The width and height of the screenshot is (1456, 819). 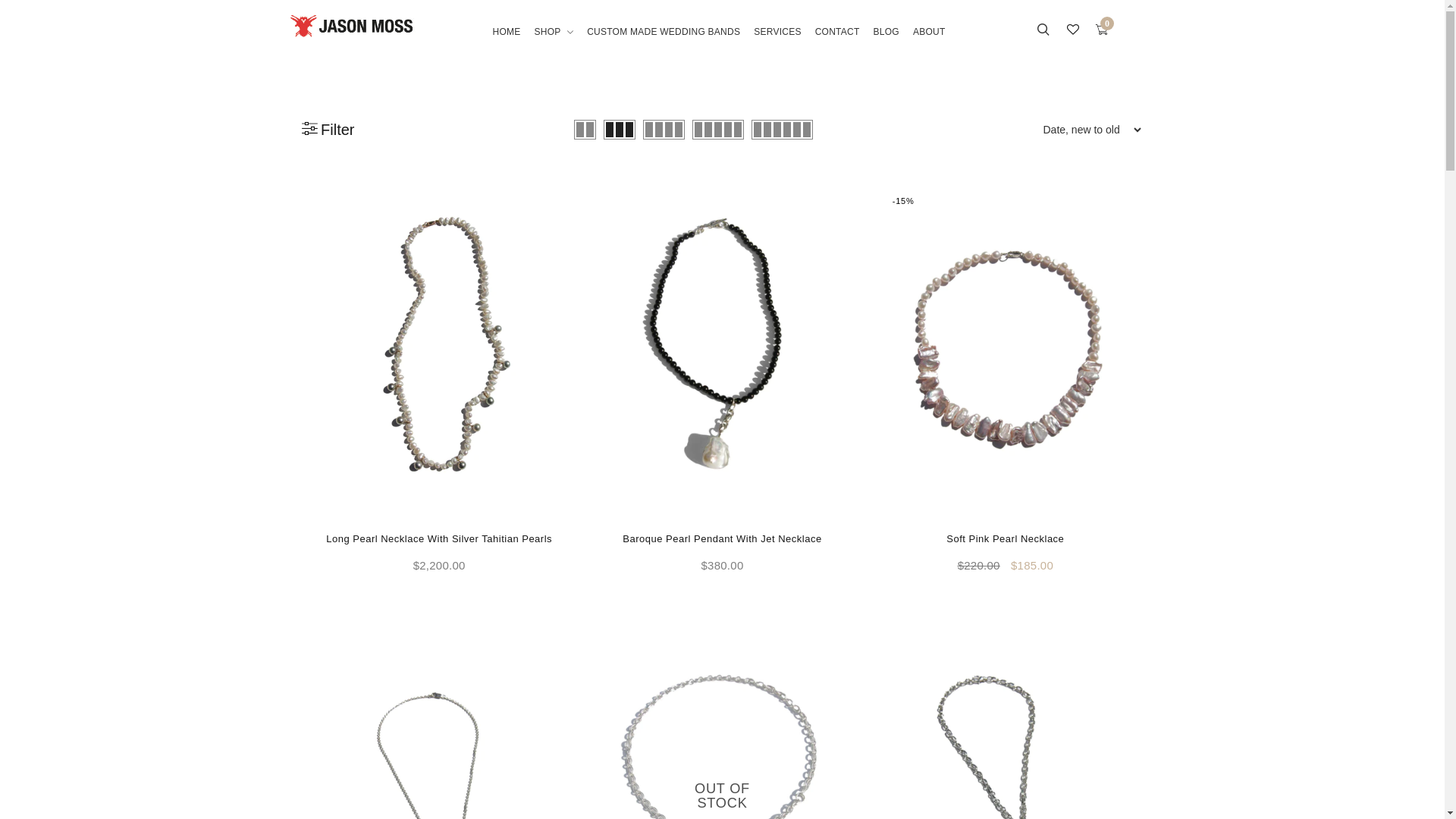 I want to click on 'ABOUT', so click(x=928, y=42).